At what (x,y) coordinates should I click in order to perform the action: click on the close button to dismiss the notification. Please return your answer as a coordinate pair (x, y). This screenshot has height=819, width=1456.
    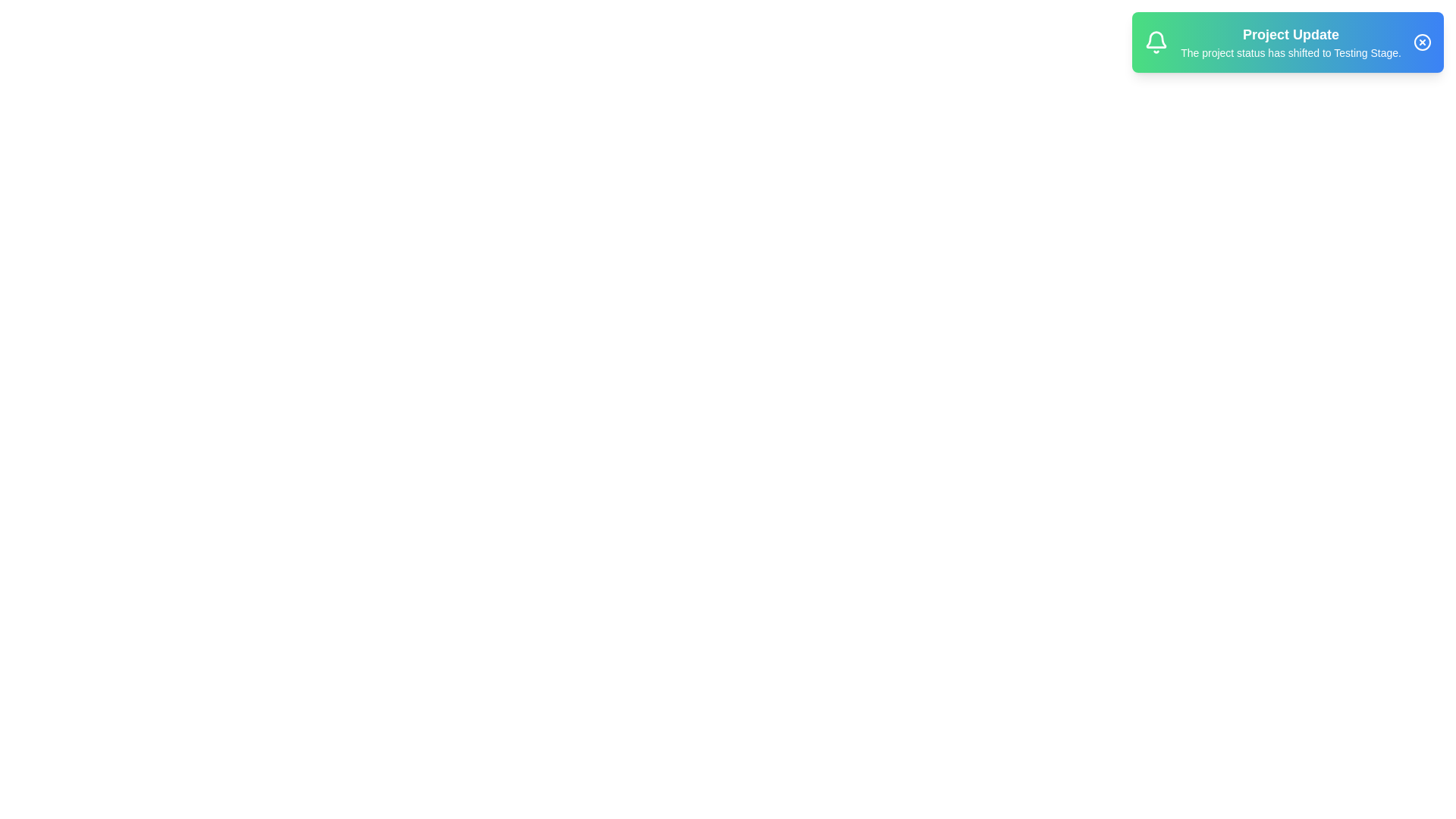
    Looking at the image, I should click on (1422, 42).